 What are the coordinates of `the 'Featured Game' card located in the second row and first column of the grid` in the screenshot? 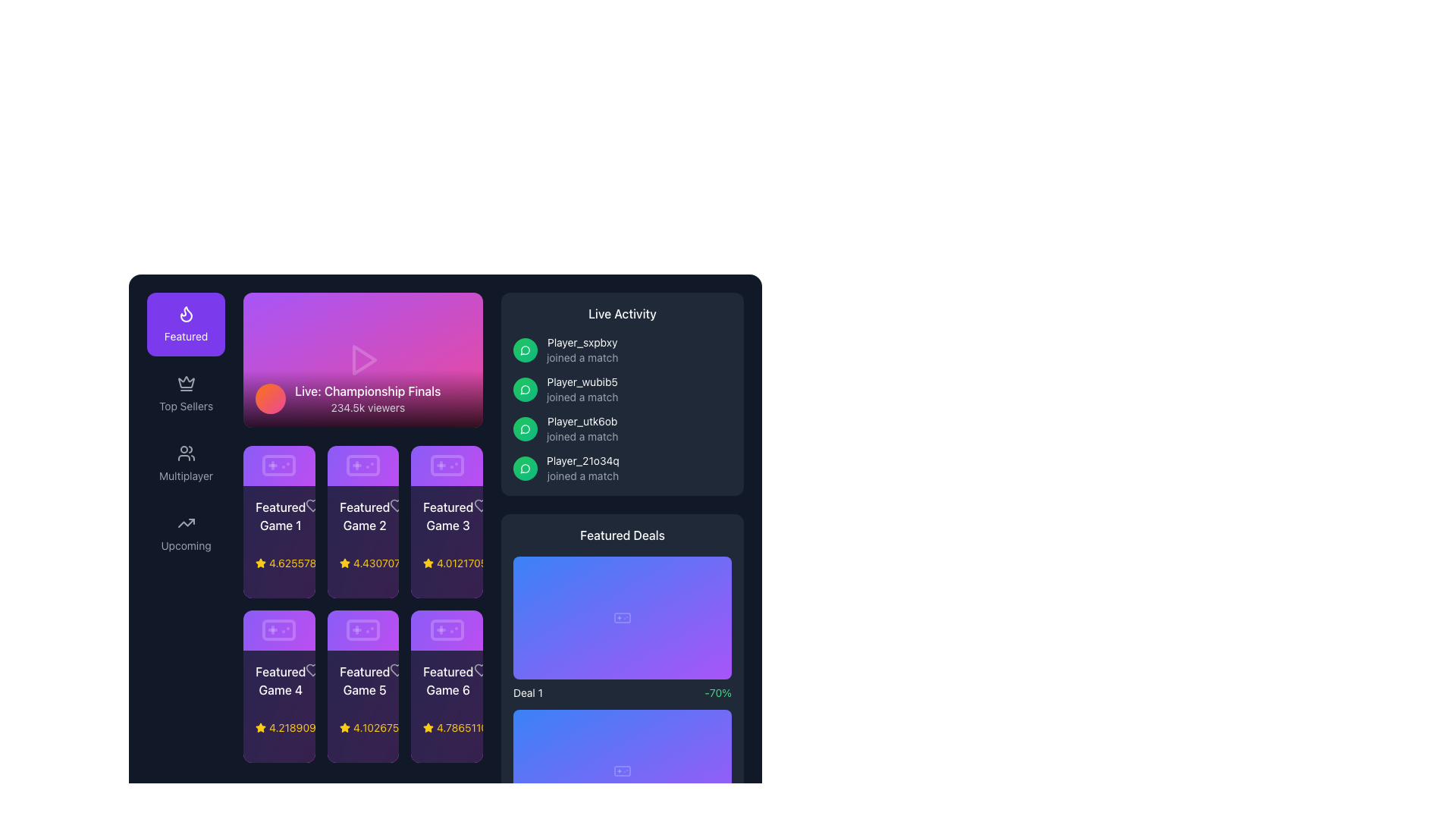 It's located at (279, 686).